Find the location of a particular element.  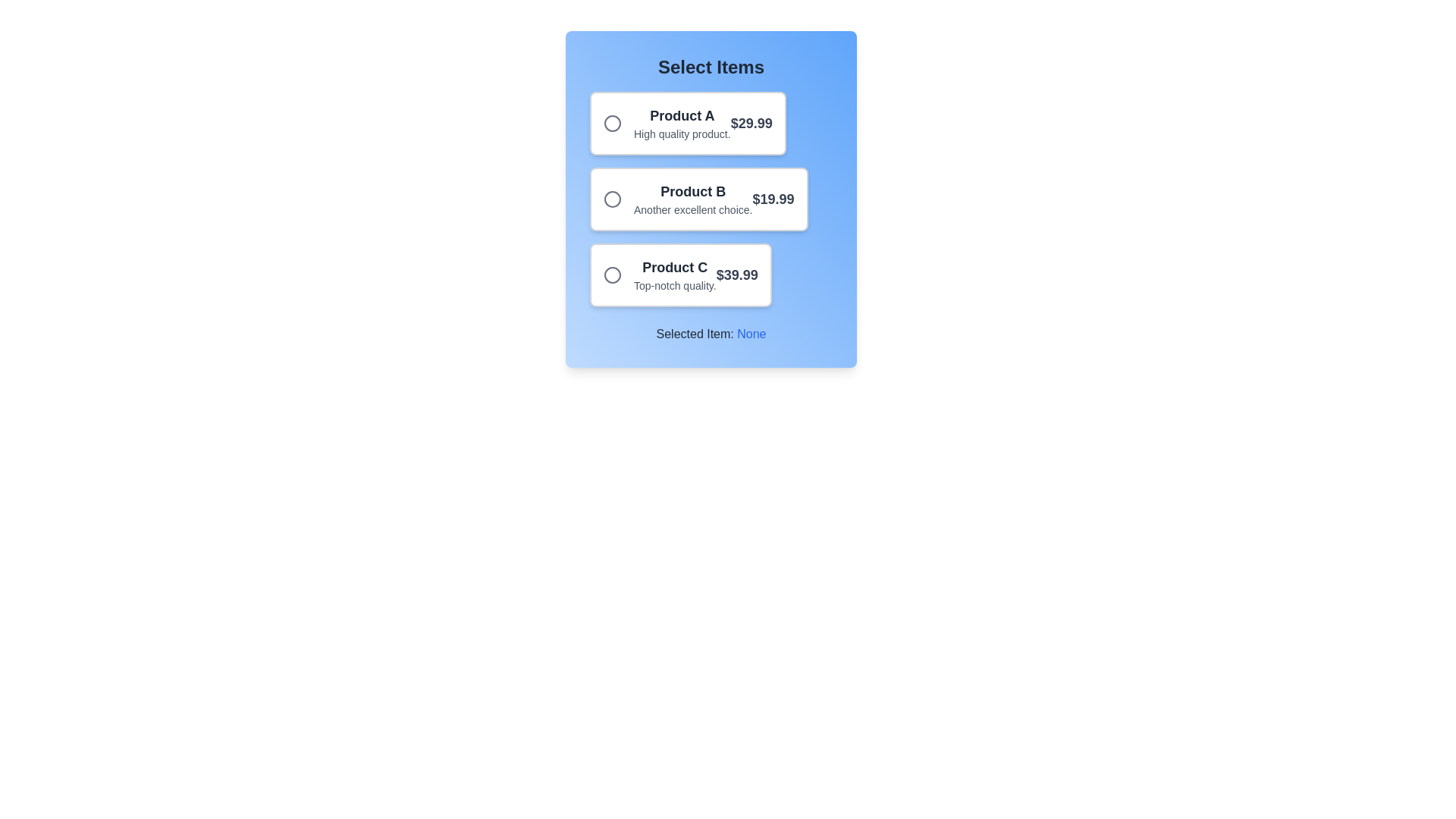

bold, black text labeled 'Product A' which is the first text element inside the product selection card at the topmost position is located at coordinates (681, 115).